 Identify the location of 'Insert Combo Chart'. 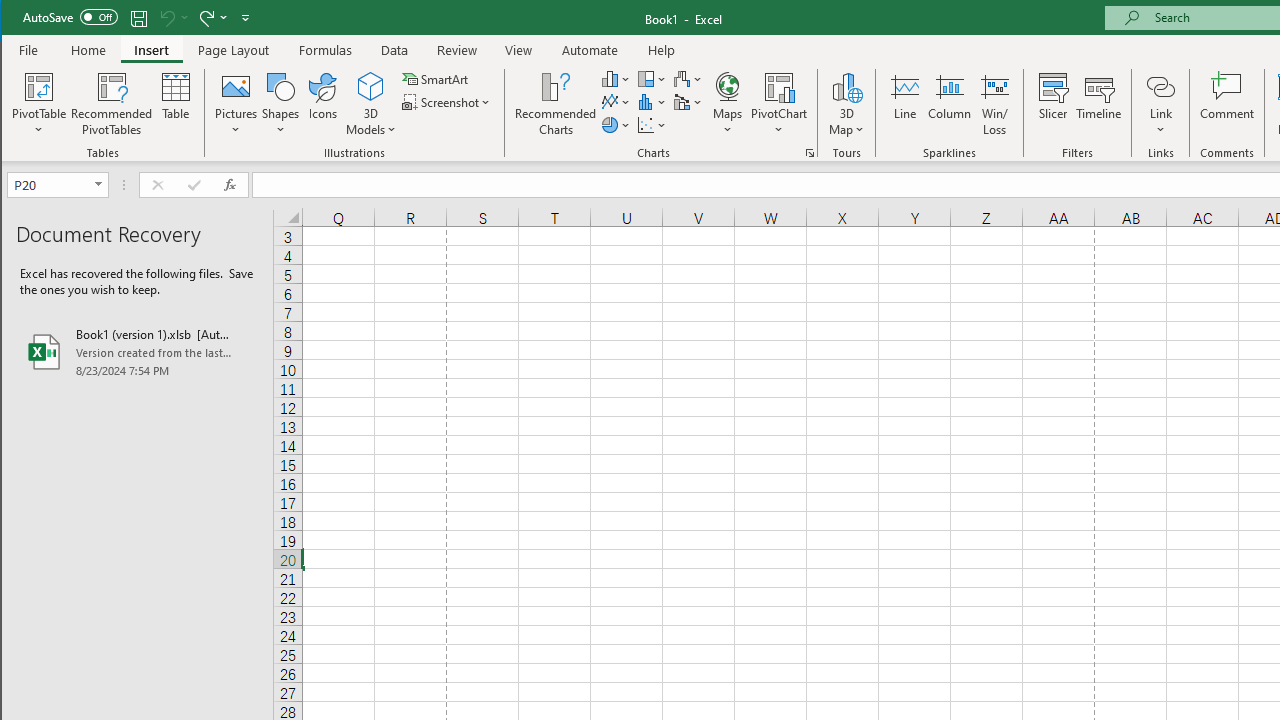
(688, 102).